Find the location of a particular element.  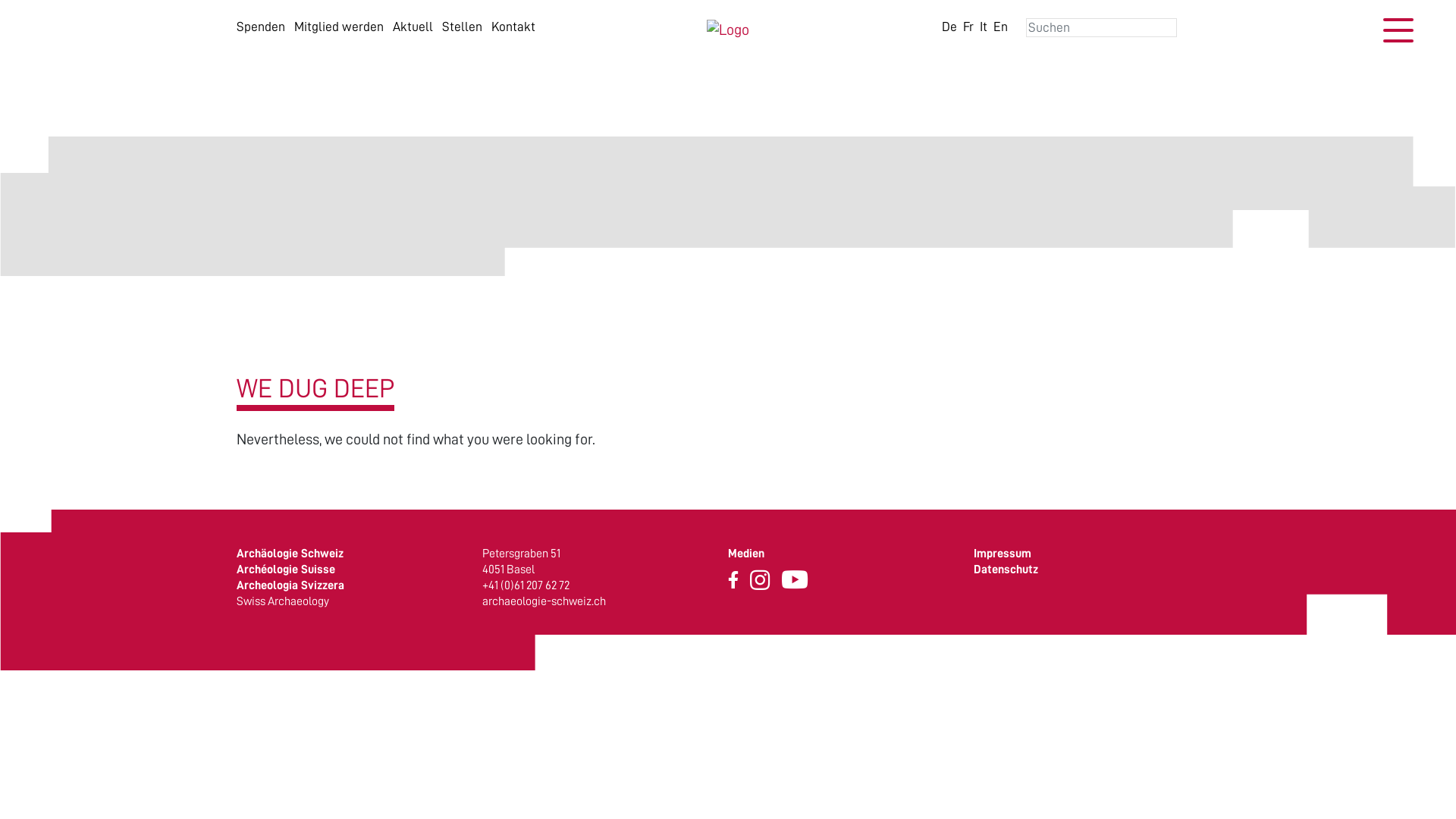

'En' is located at coordinates (993, 26).